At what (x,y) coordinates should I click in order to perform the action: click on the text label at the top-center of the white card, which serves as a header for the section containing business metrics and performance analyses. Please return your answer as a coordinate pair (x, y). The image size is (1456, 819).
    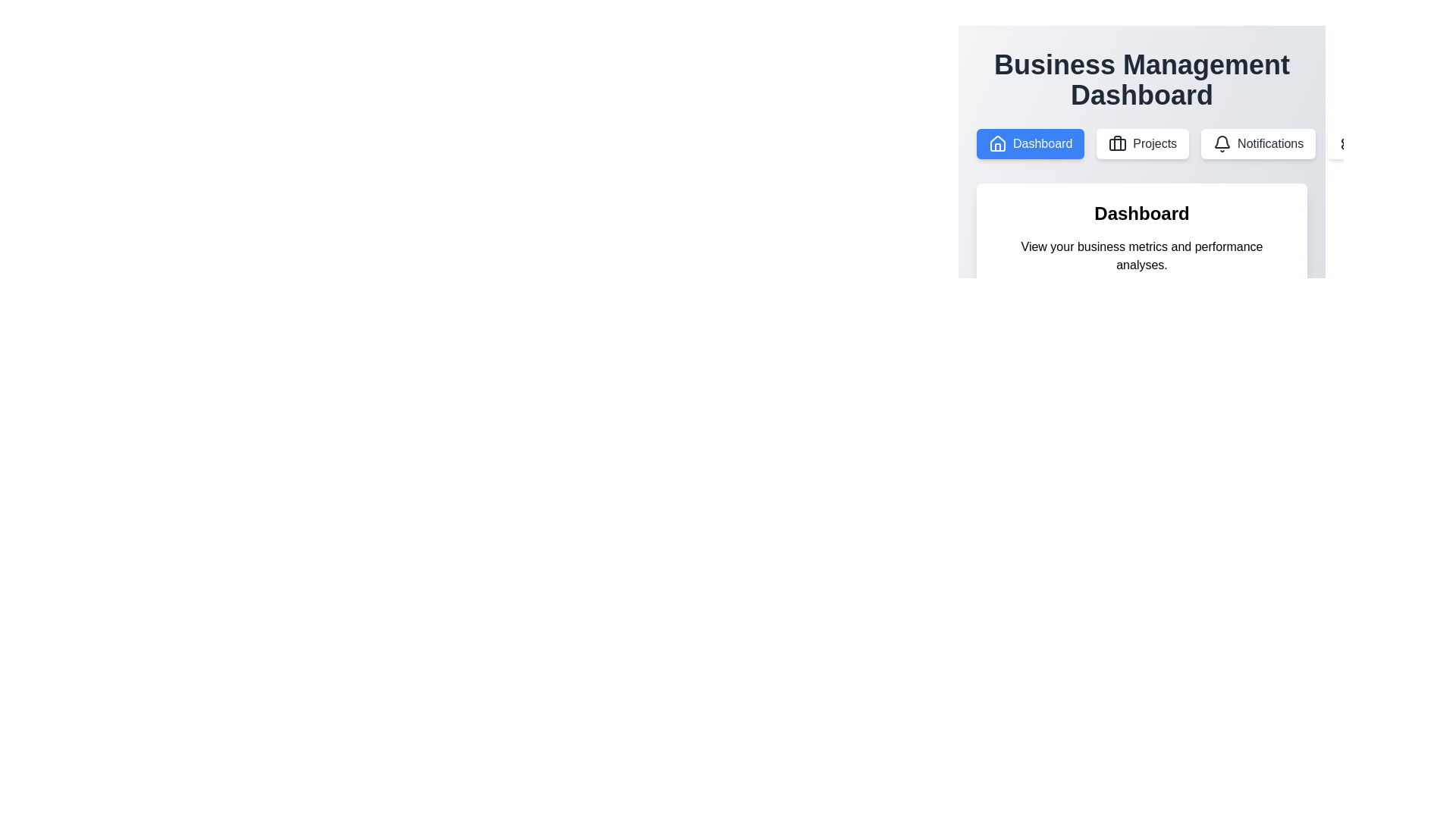
    Looking at the image, I should click on (1142, 213).